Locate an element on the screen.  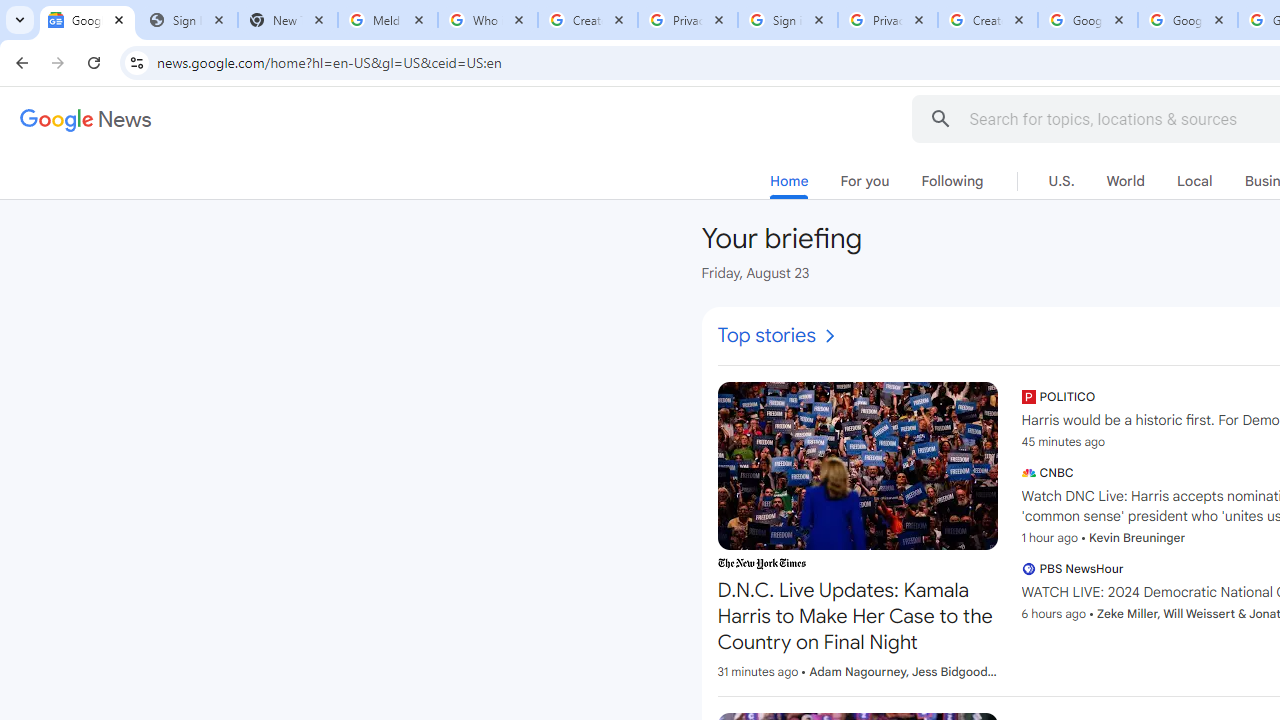
'U.S.' is located at coordinates (1060, 181).